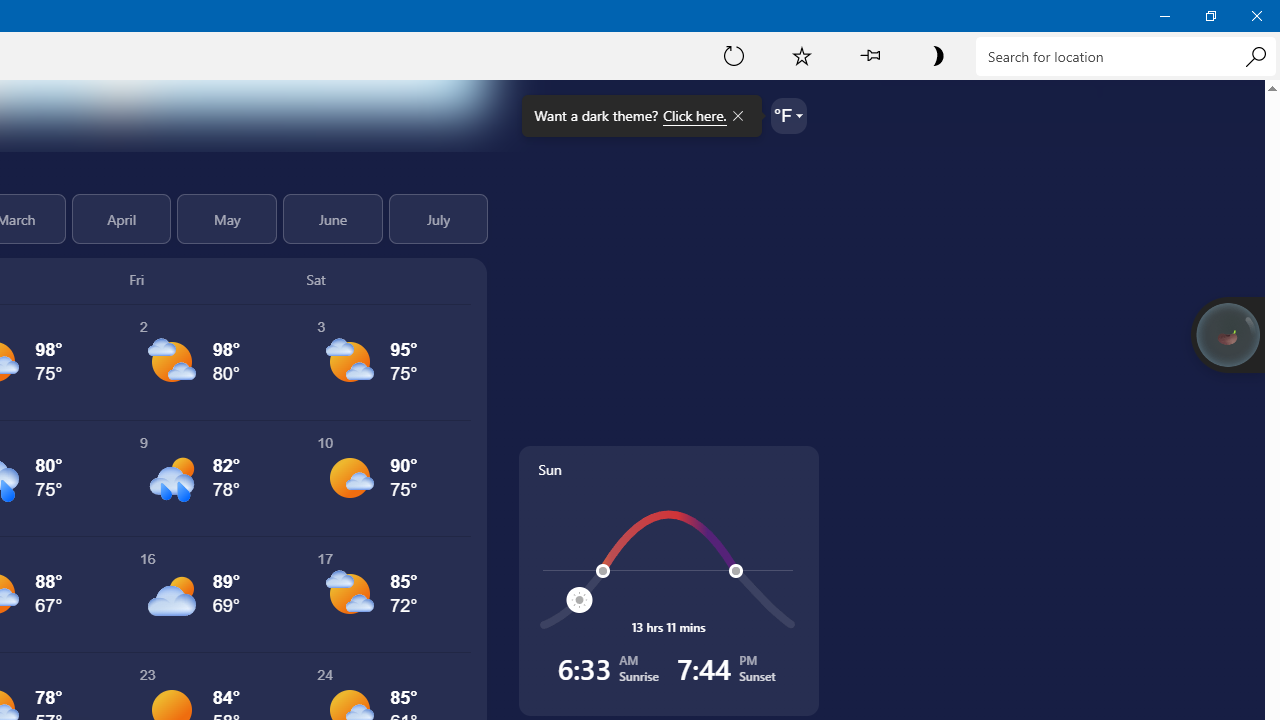 The image size is (1280, 720). Describe the element at coordinates (733, 54) in the screenshot. I see `'Refresh'` at that location.